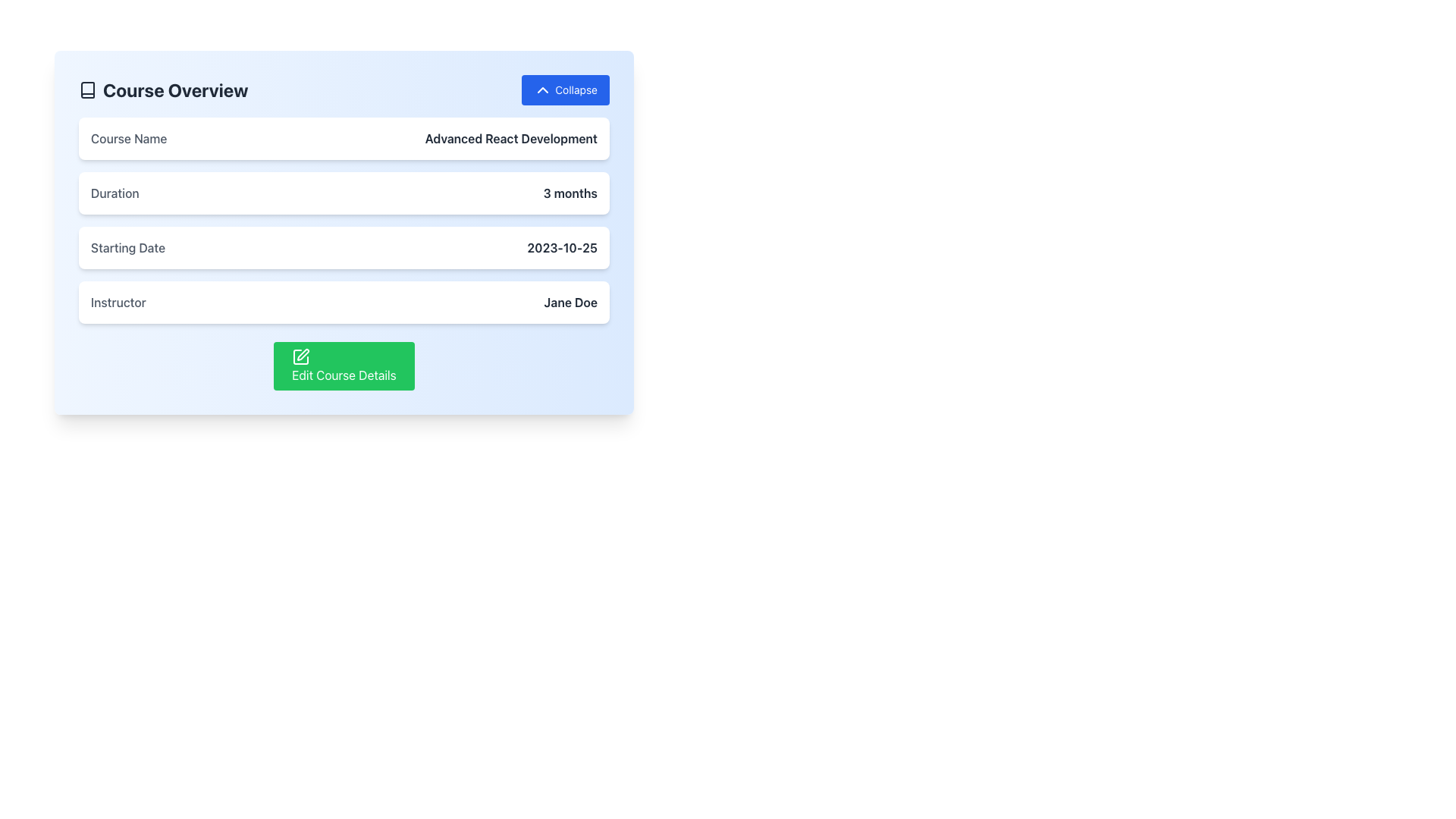 This screenshot has height=819, width=1456. What do you see at coordinates (565, 90) in the screenshot?
I see `the button that toggles the visibility of the content section, located on the right side of the 'Course Overview' header` at bounding box center [565, 90].